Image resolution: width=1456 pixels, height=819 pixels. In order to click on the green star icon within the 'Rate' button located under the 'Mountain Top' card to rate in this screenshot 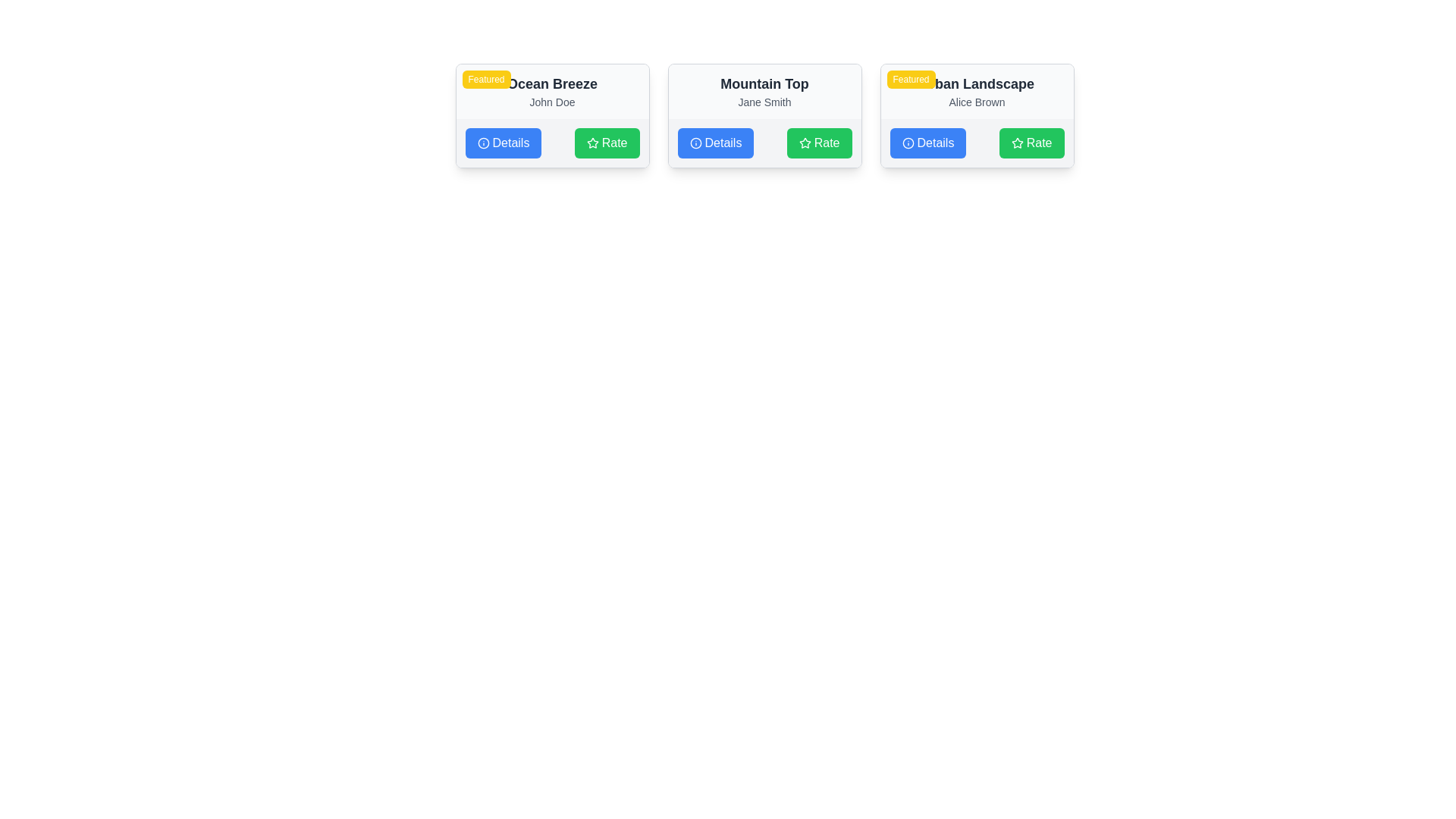, I will do `click(804, 143)`.